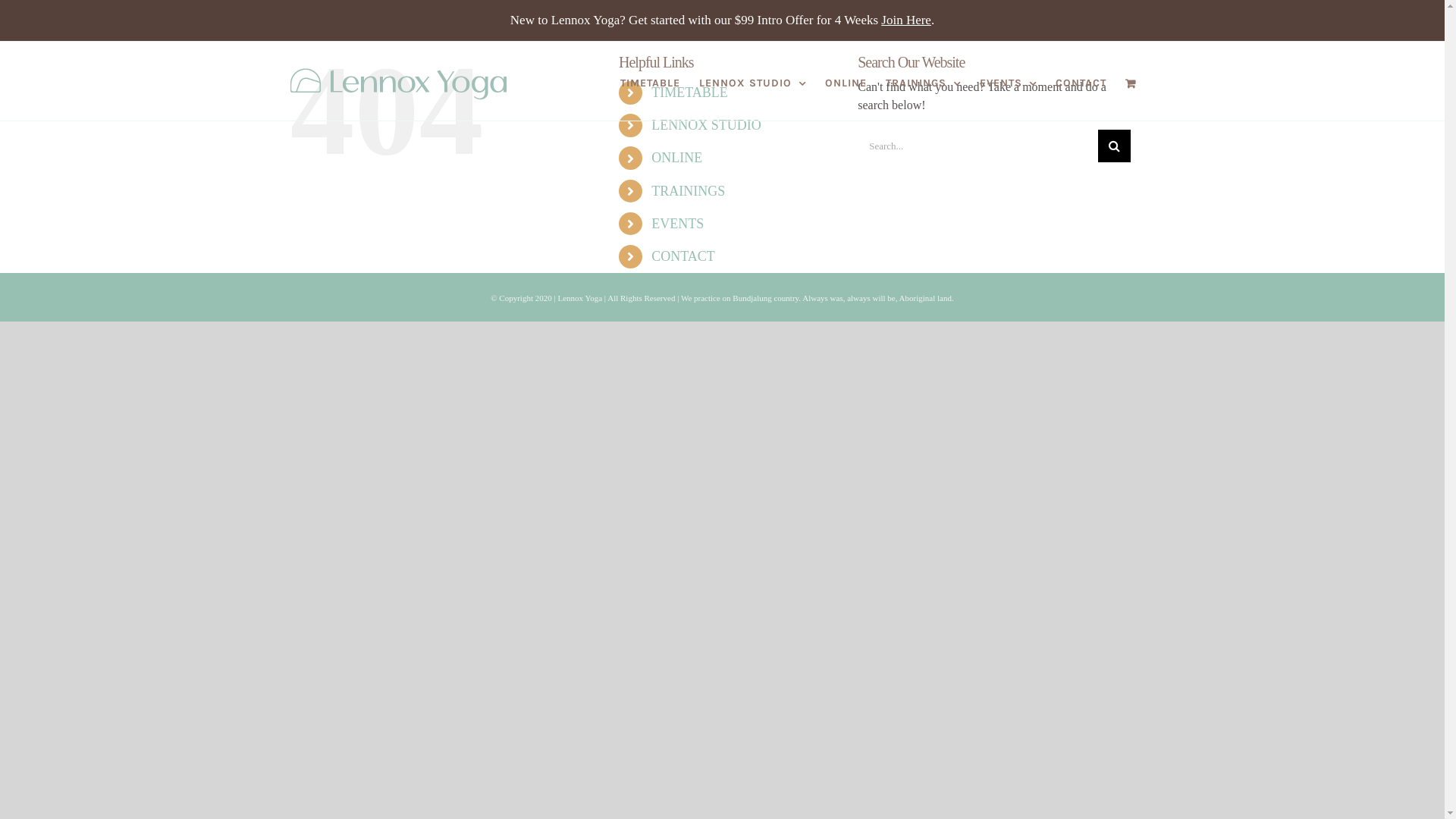 The height and width of the screenshot is (819, 1456). Describe the element at coordinates (676, 158) in the screenshot. I see `'ONLINE'` at that location.